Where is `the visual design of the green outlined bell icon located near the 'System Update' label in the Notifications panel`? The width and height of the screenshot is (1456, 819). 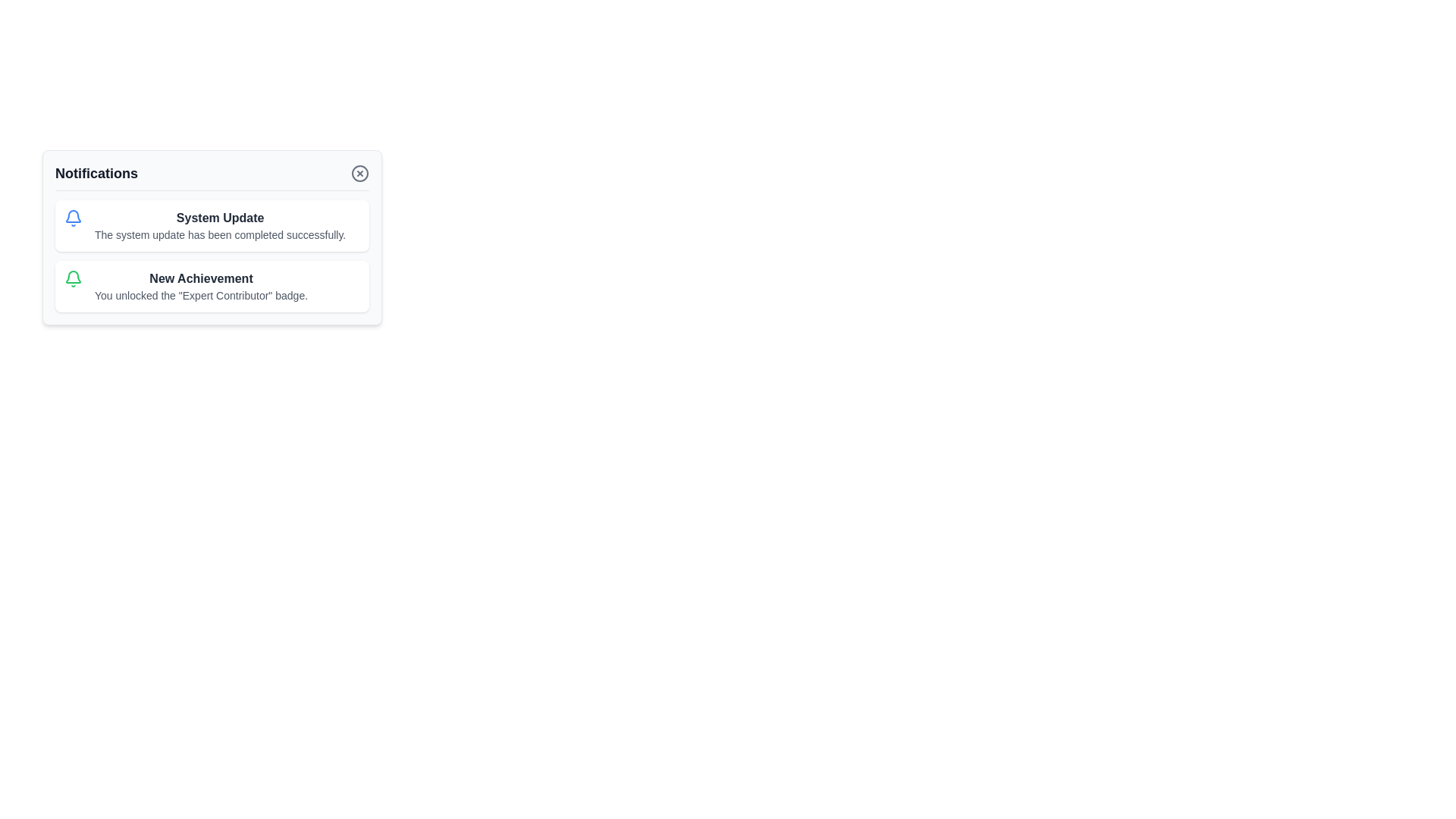
the visual design of the green outlined bell icon located near the 'System Update' label in the Notifications panel is located at coordinates (72, 277).